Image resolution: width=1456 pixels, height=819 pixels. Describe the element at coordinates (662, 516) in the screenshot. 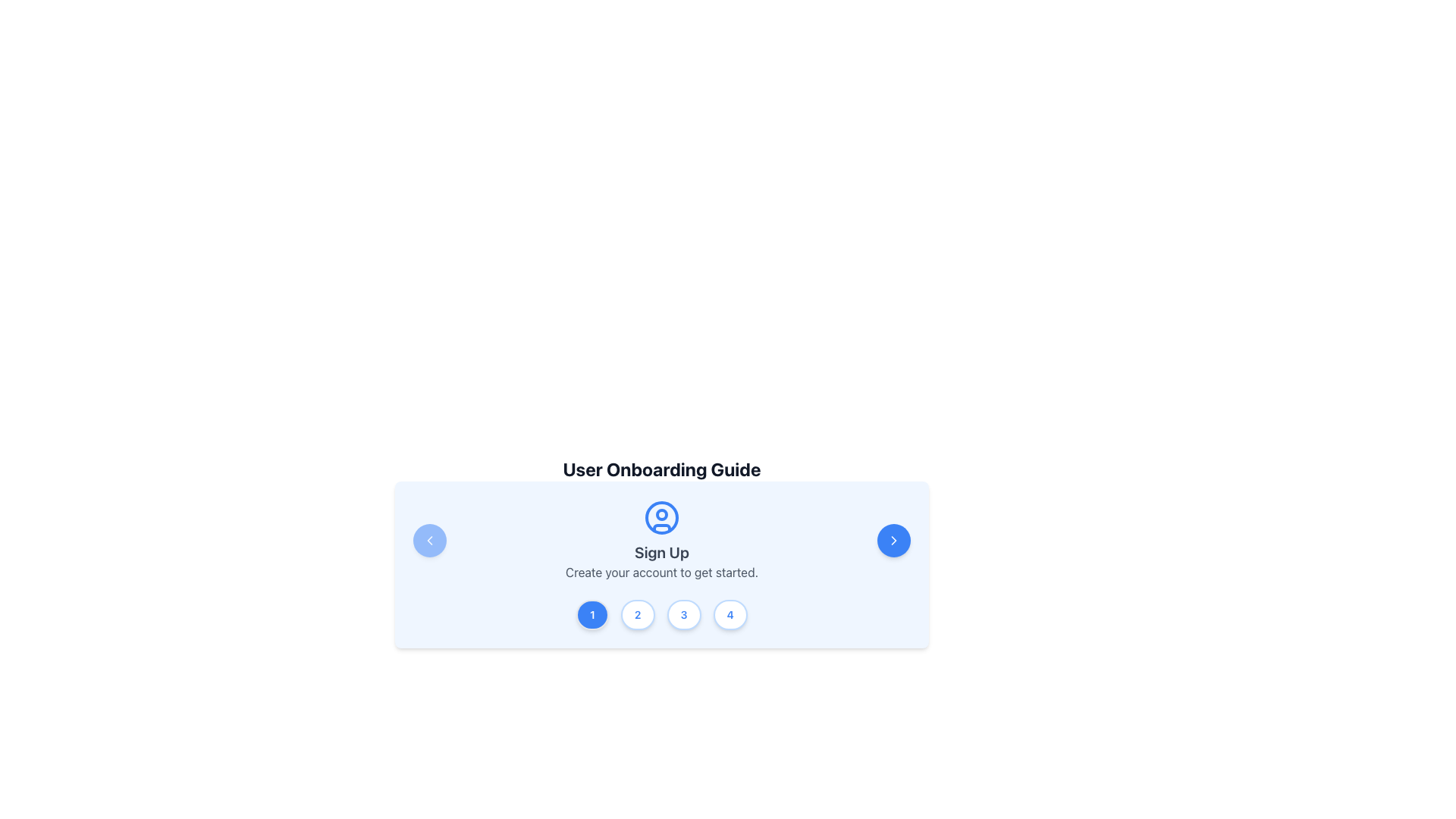

I see `the user profile icon located at the top center of the 'Sign Up' section in the onboarding card to navigate or display related functionalities` at that location.